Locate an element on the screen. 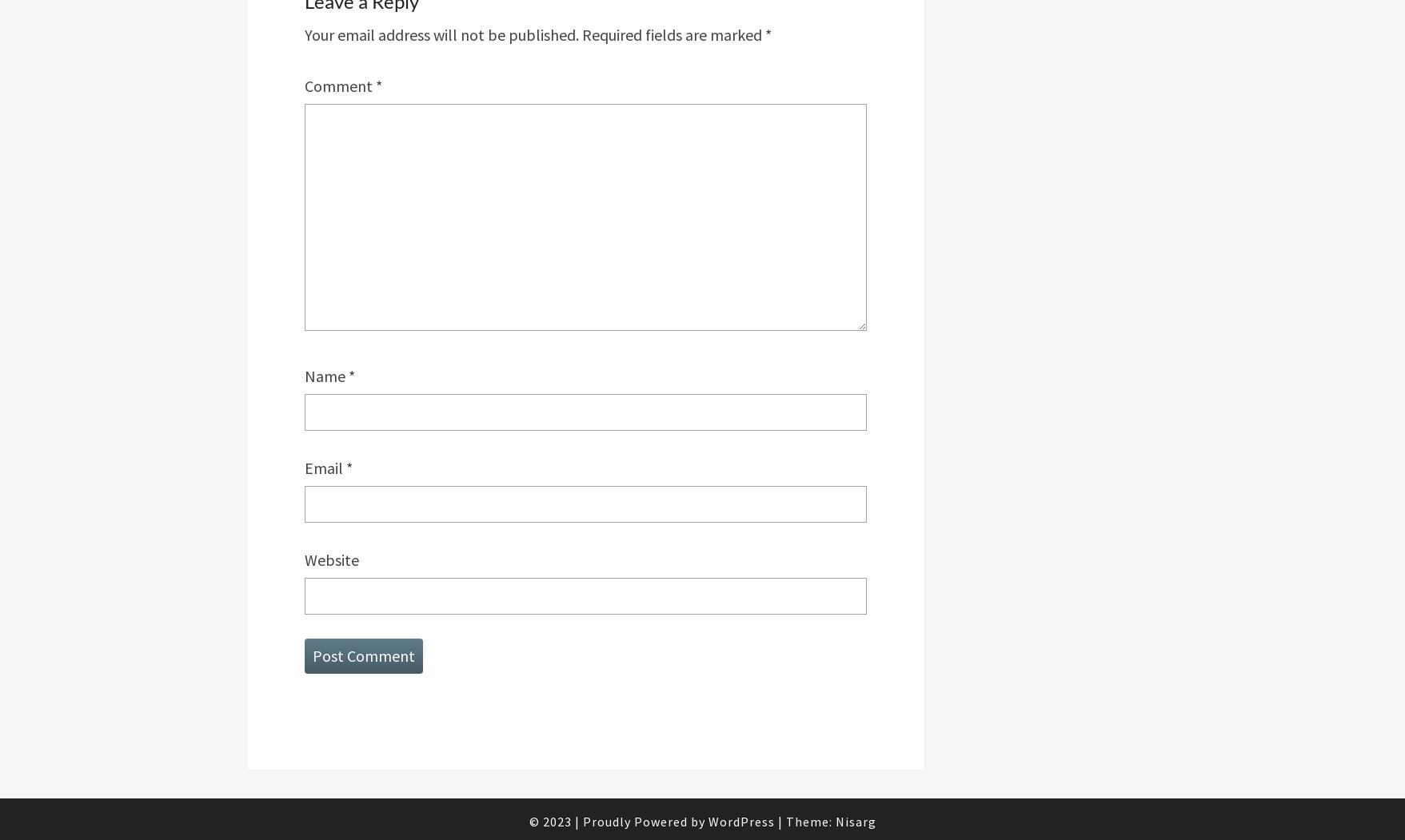  'Required fields are marked' is located at coordinates (673, 33).